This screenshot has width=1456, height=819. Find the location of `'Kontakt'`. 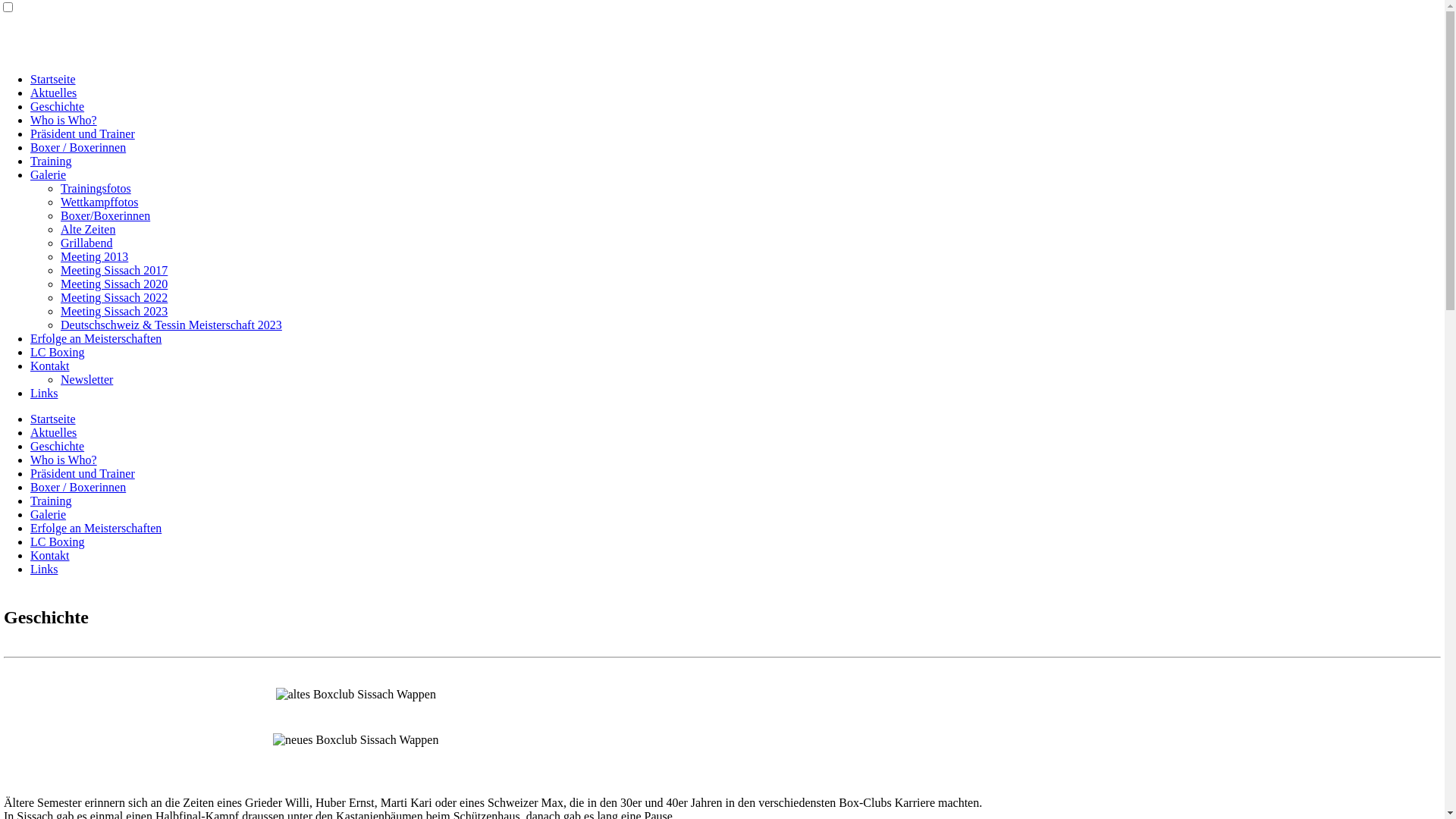

'Kontakt' is located at coordinates (50, 366).